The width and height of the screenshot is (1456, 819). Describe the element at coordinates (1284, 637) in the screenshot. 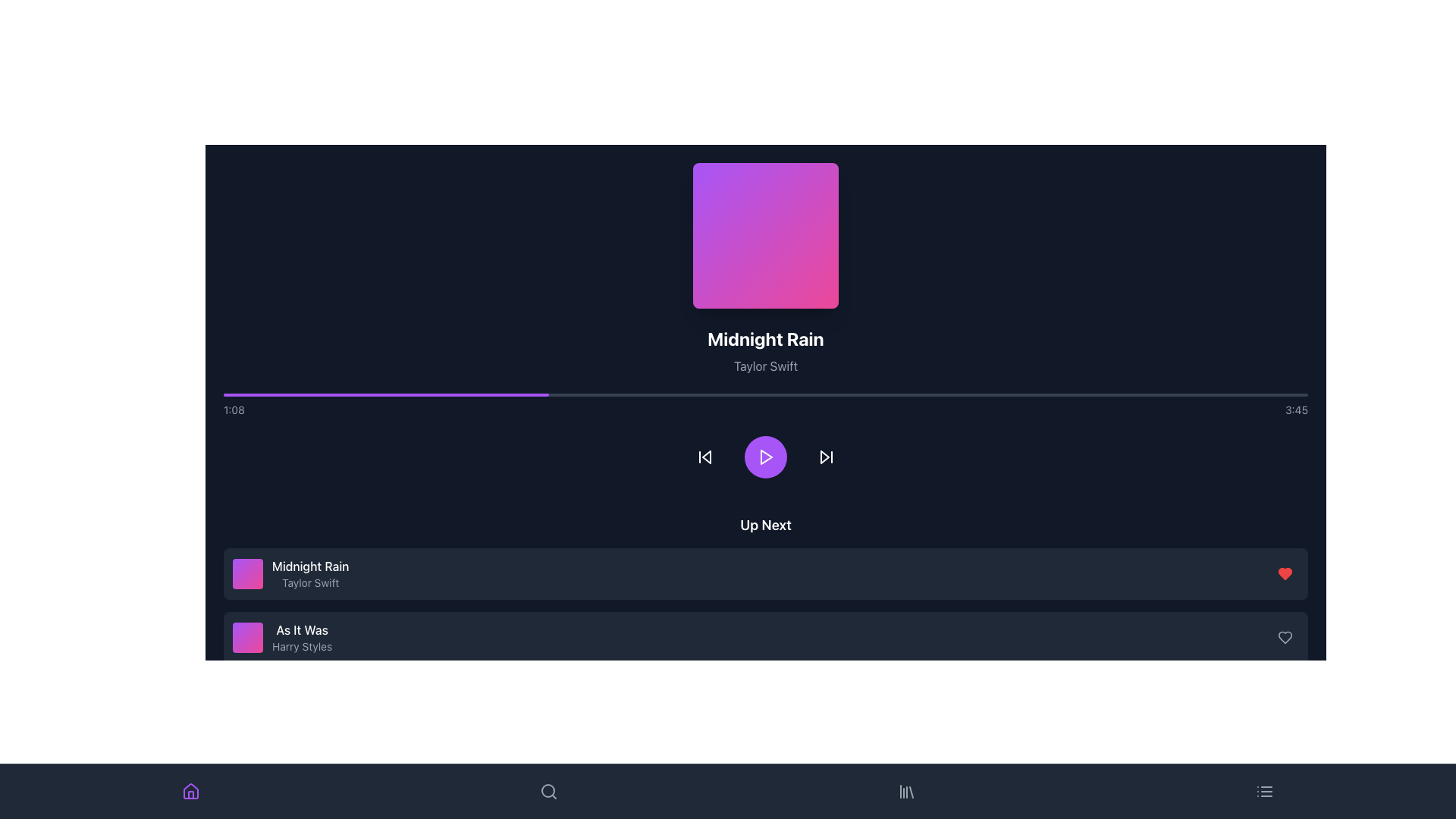

I see `the outlined heart-shaped icon in light gray color, located at the bottom right side of the 'As It Was' by 'Harry Styles' list item` at that location.